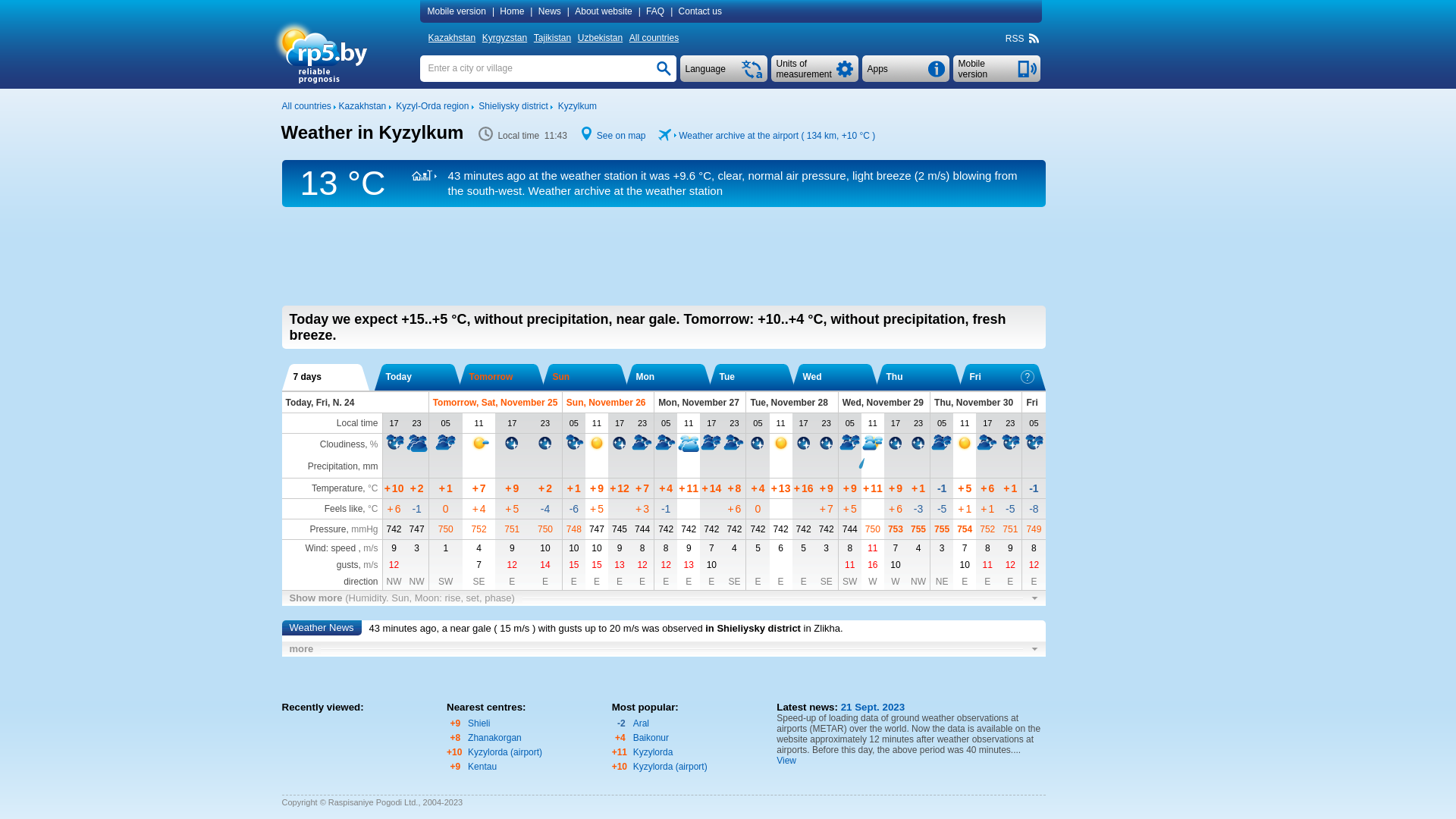 Image resolution: width=1456 pixels, height=819 pixels. What do you see at coordinates (667, 376) in the screenshot?
I see `'Mon'` at bounding box center [667, 376].